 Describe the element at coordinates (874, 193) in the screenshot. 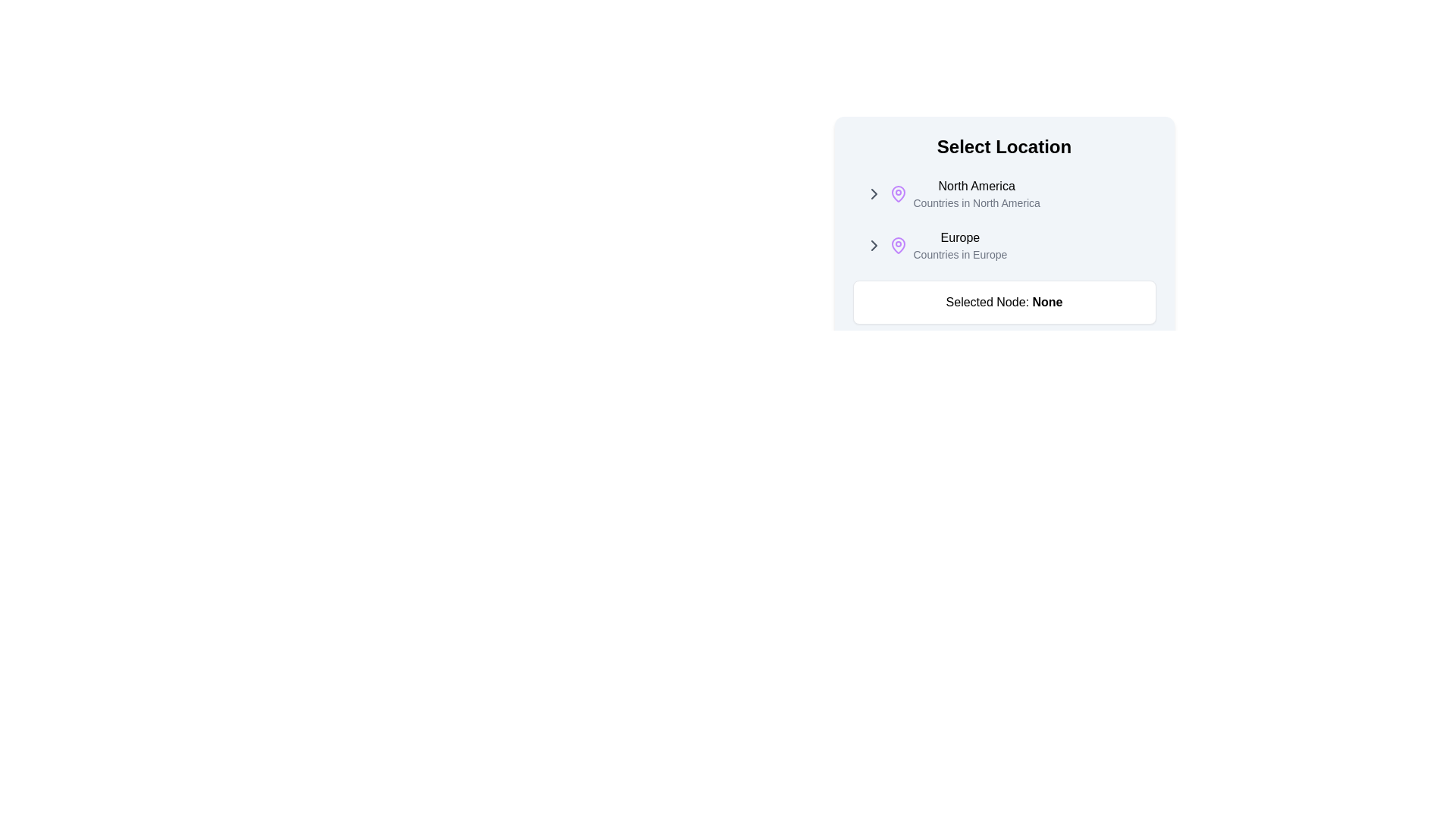

I see `the right-facing chevron icon located to the left of the 'North America' text` at that location.